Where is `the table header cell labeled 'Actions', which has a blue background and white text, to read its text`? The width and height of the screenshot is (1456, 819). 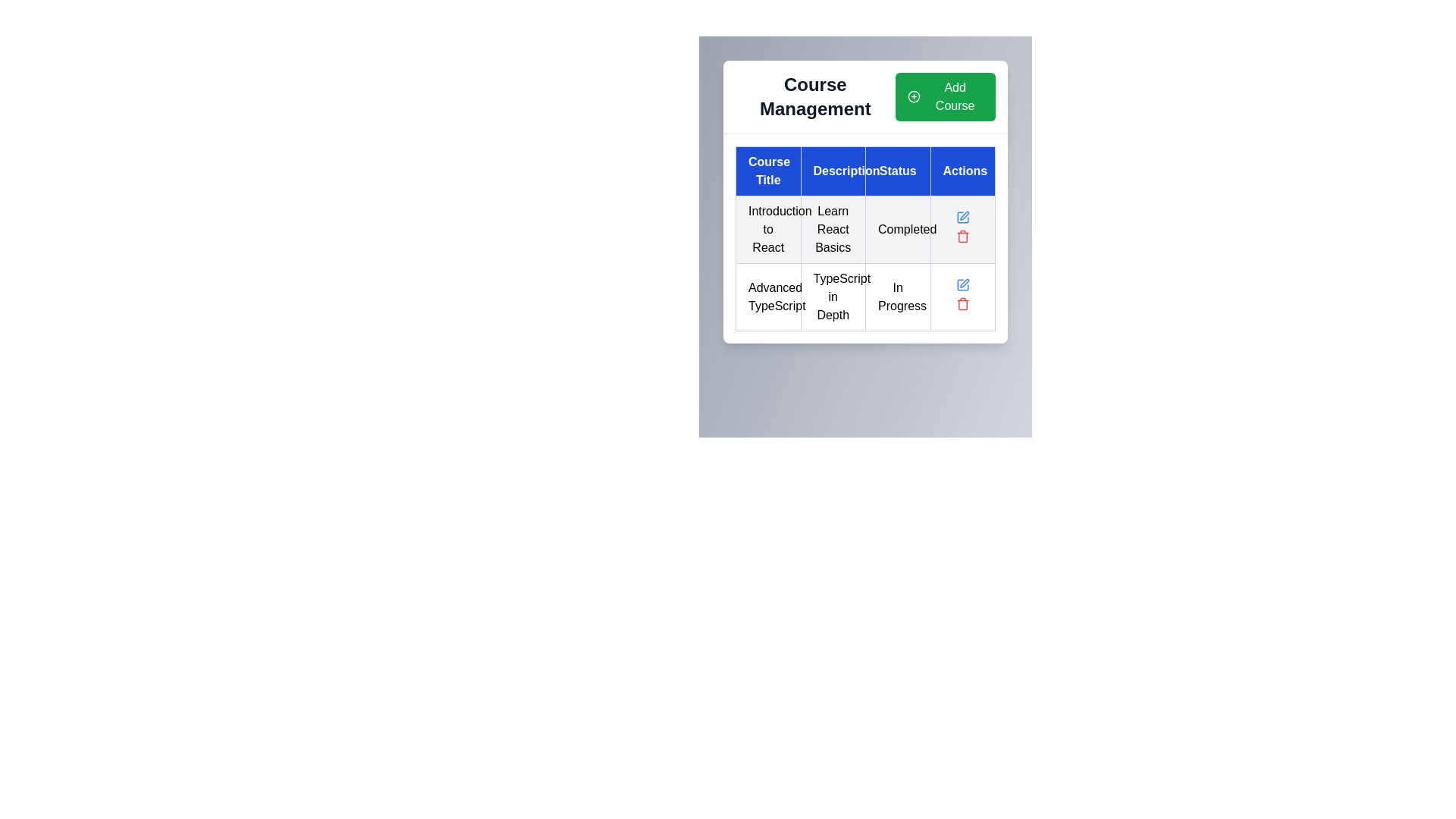 the table header cell labeled 'Actions', which has a blue background and white text, to read its text is located at coordinates (962, 171).